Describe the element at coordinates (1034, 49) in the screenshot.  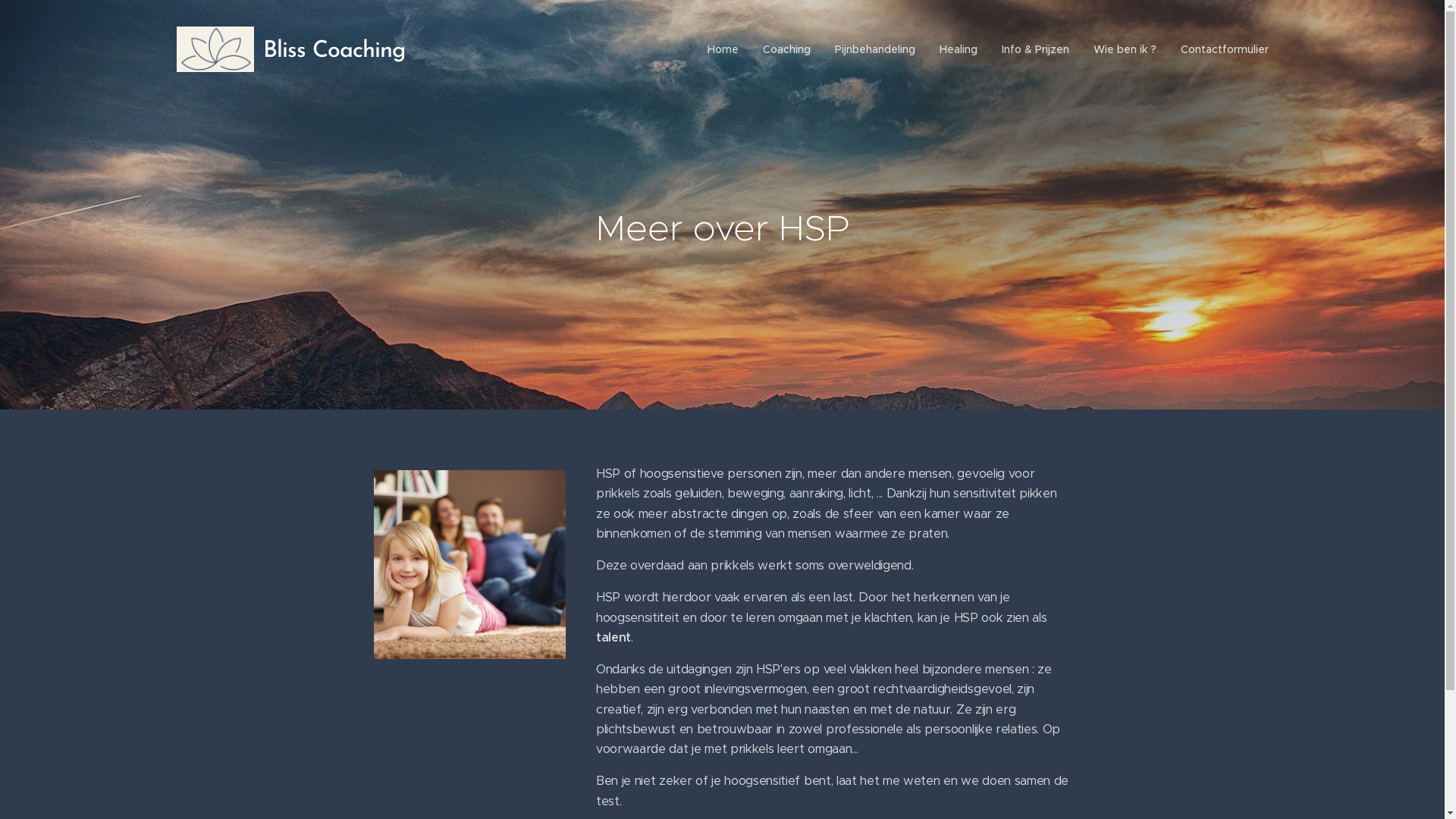
I see `'Info & Prijzen'` at that location.